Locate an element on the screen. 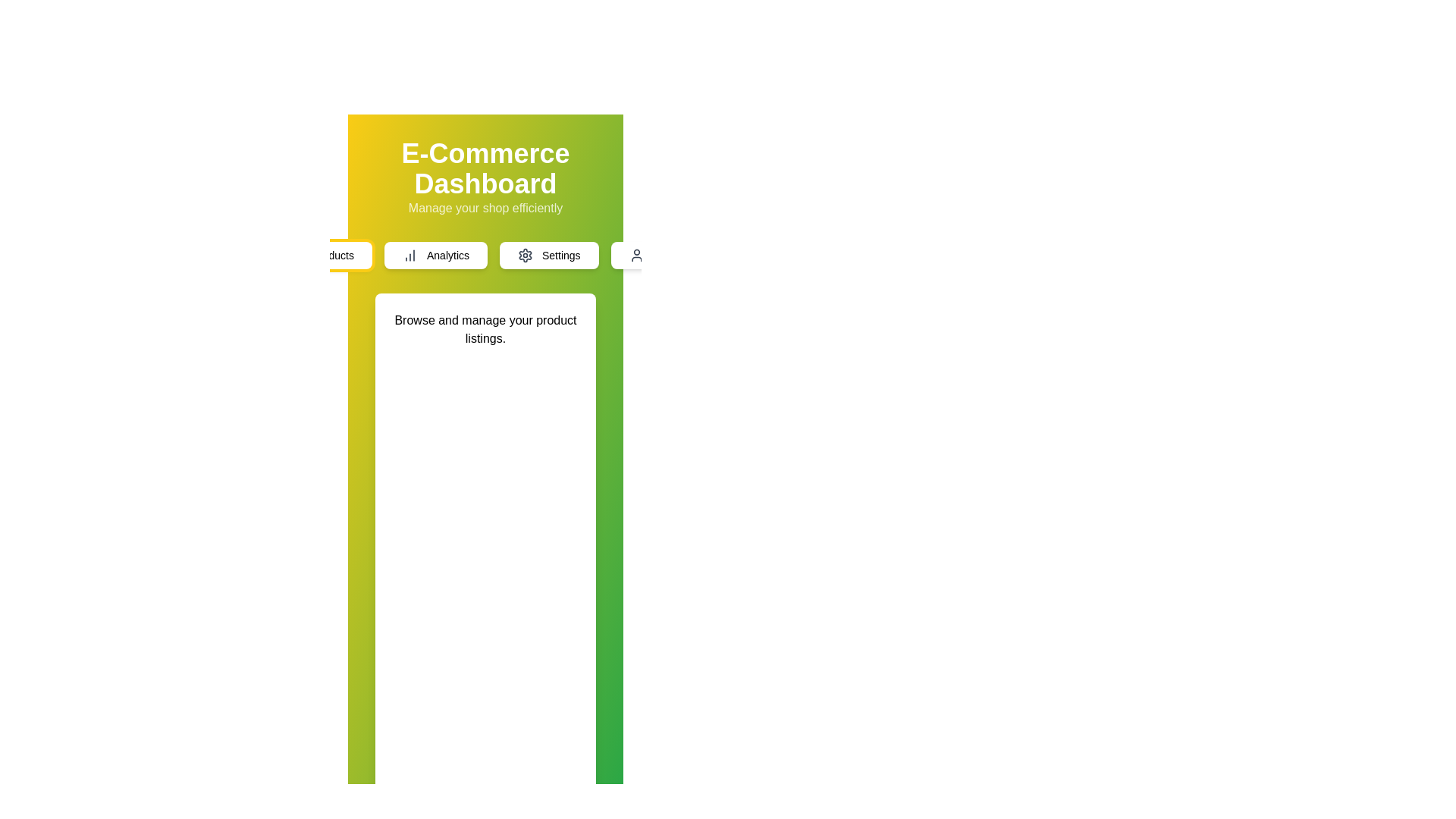  the settings button containing the configuration icon located in the top navigation bar of the application interface is located at coordinates (525, 254).